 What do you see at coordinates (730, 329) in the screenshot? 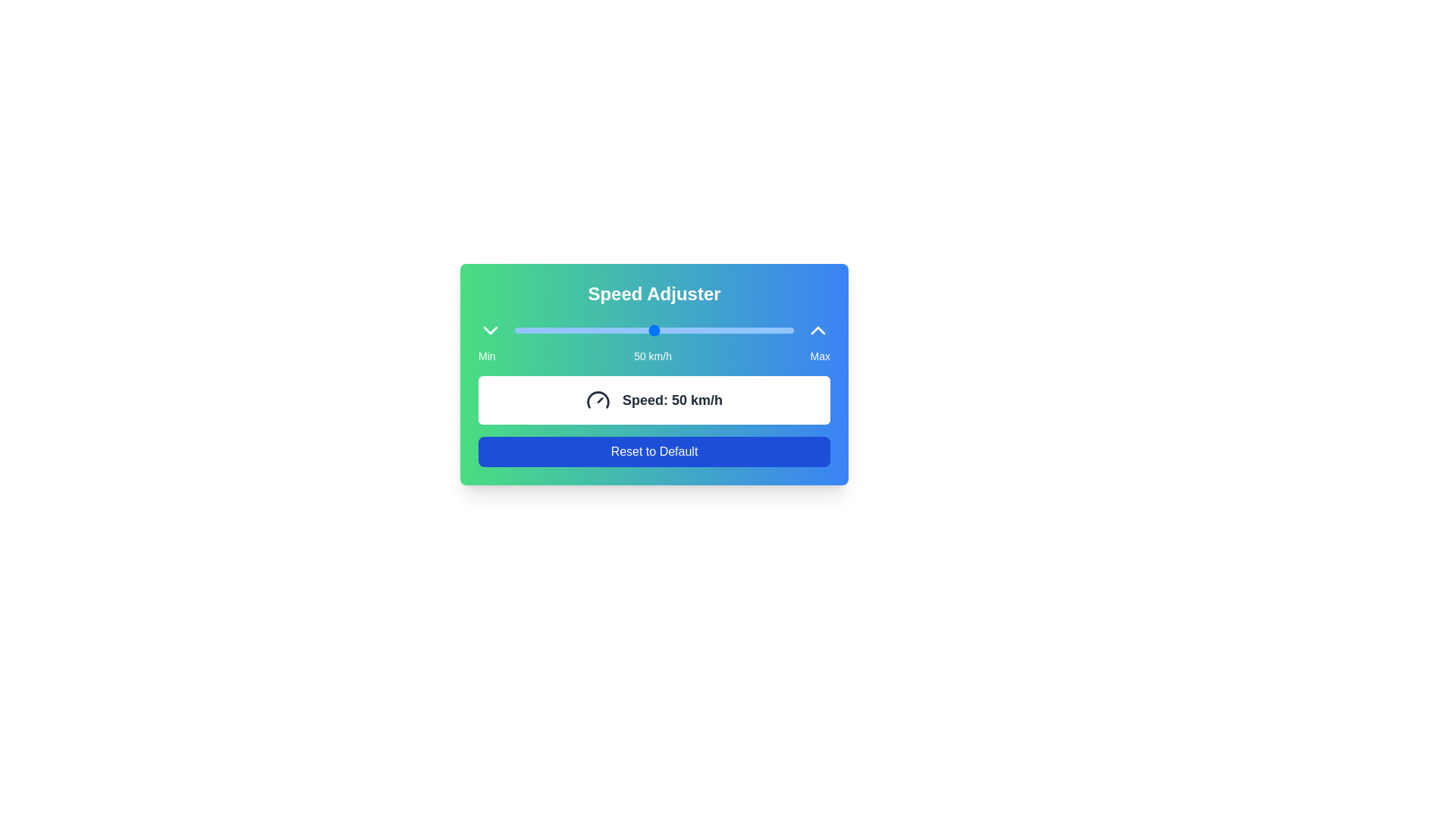
I see `the slider position` at bounding box center [730, 329].